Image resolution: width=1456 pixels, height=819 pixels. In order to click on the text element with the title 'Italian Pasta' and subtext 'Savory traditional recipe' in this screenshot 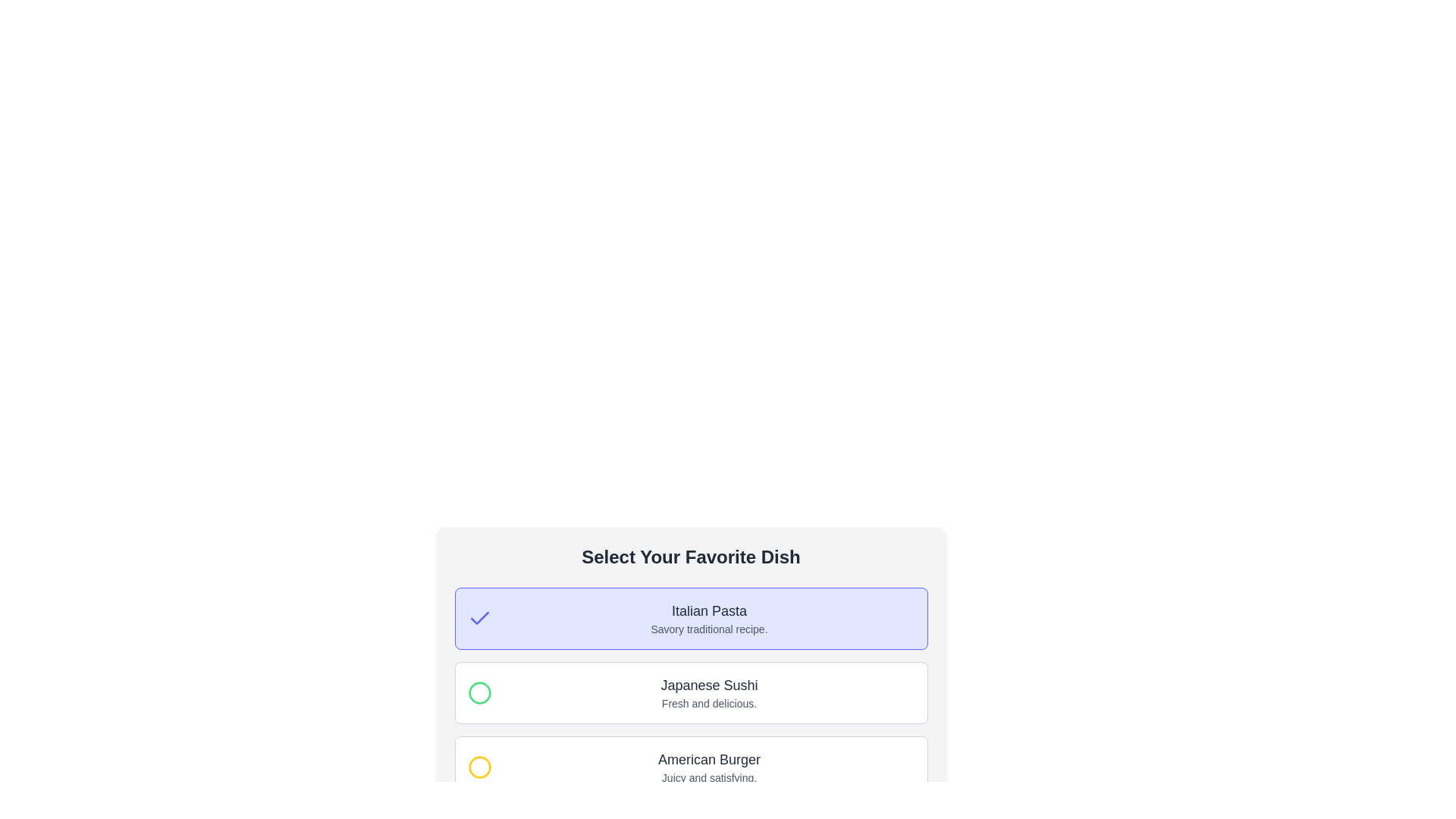, I will do `click(708, 619)`.